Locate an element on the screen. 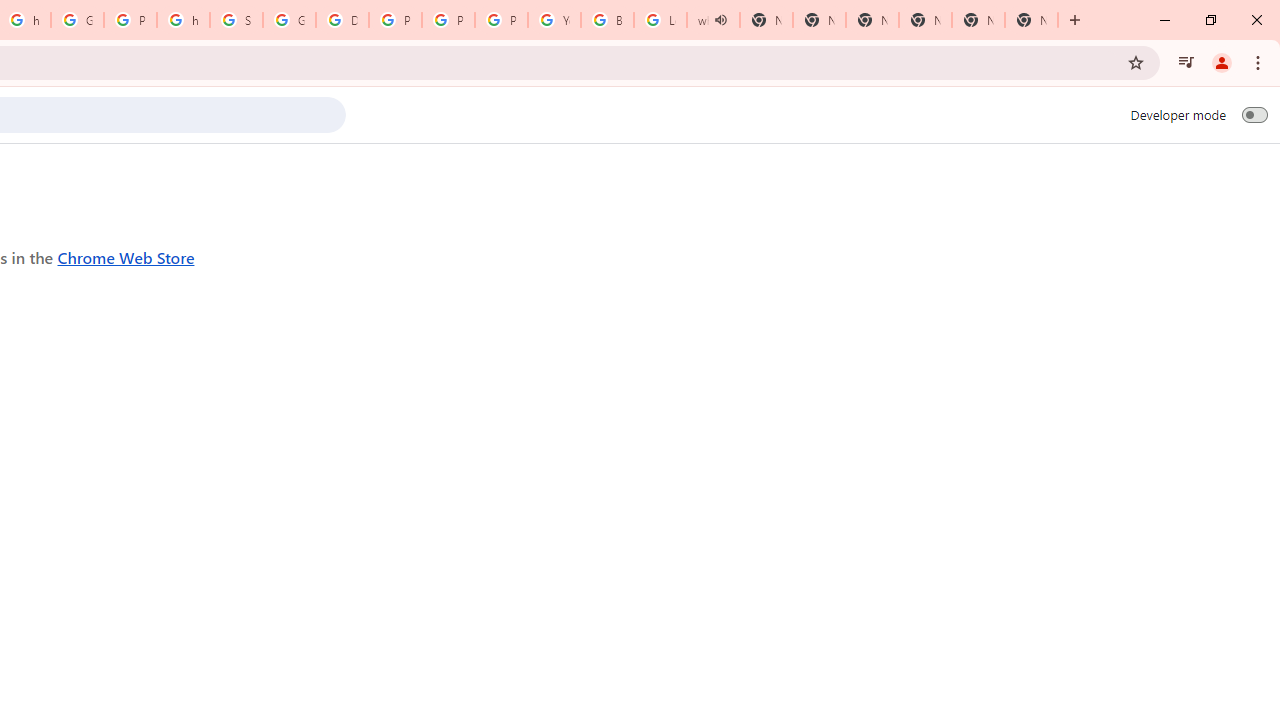 The height and width of the screenshot is (720, 1280). 'Privacy Help Center - Policies Help' is located at coordinates (395, 20).